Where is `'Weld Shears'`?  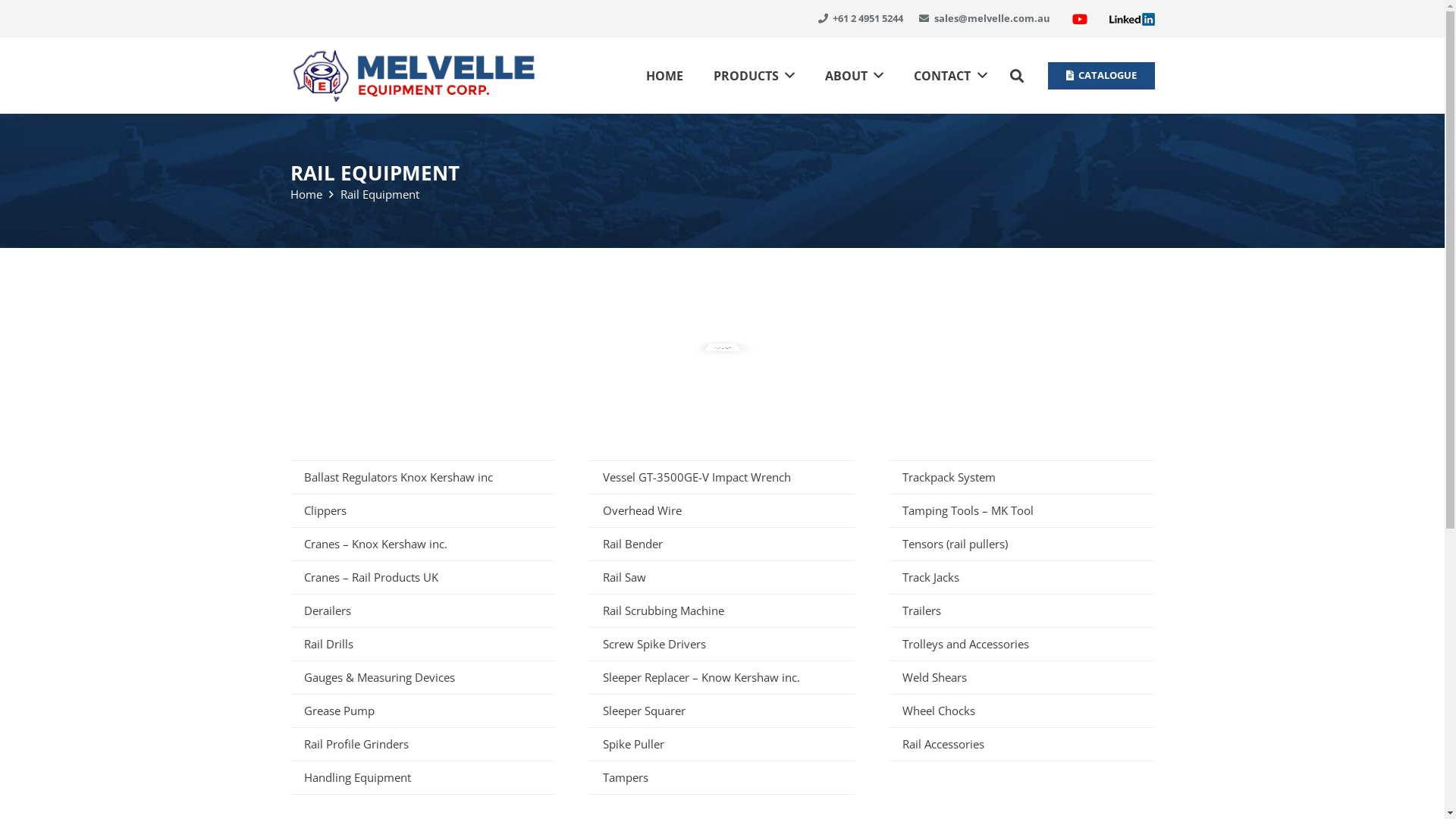 'Weld Shears' is located at coordinates (1021, 676).